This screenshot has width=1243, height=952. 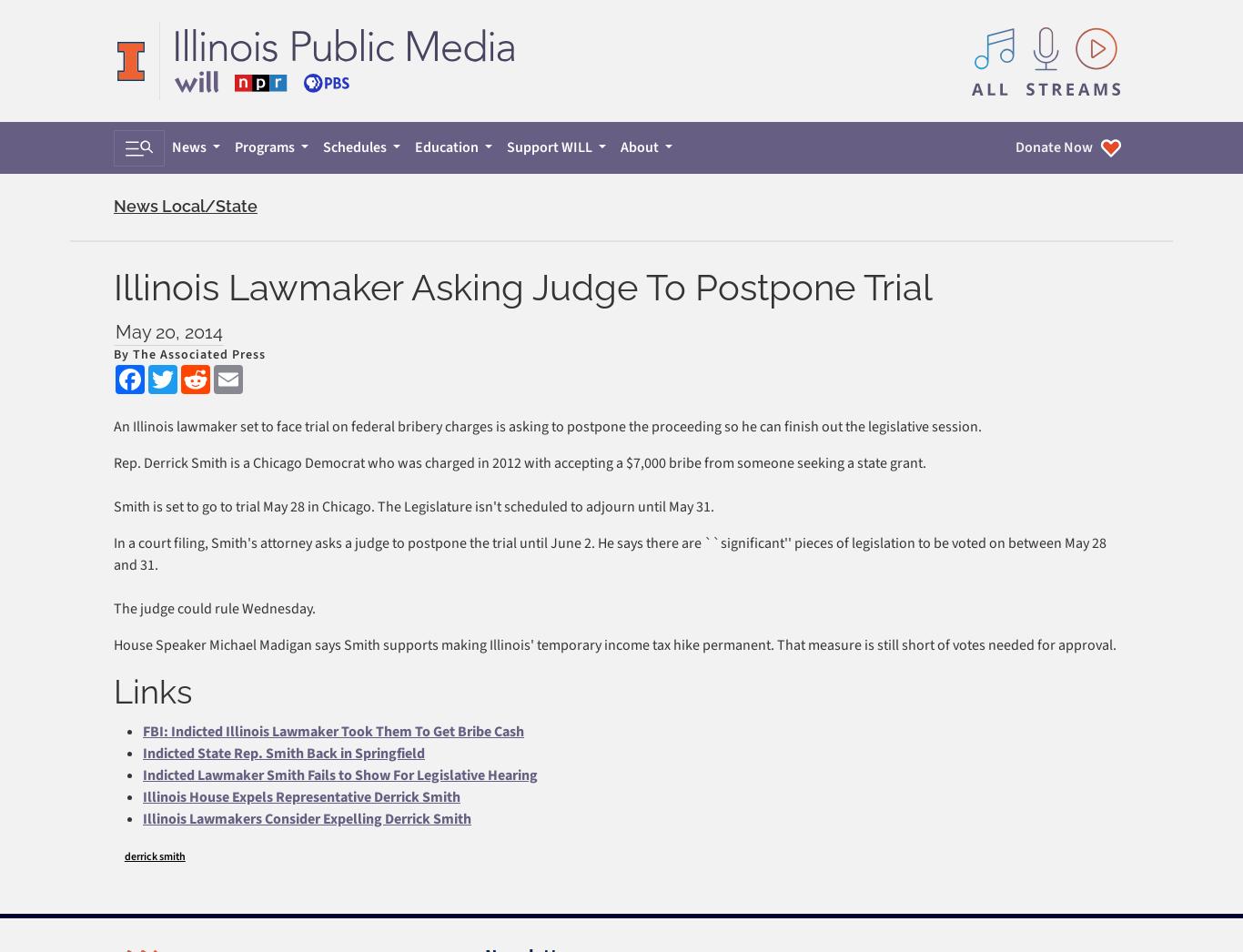 What do you see at coordinates (149, 213) in the screenshot?
I see `'300 N. Goodwin'` at bounding box center [149, 213].